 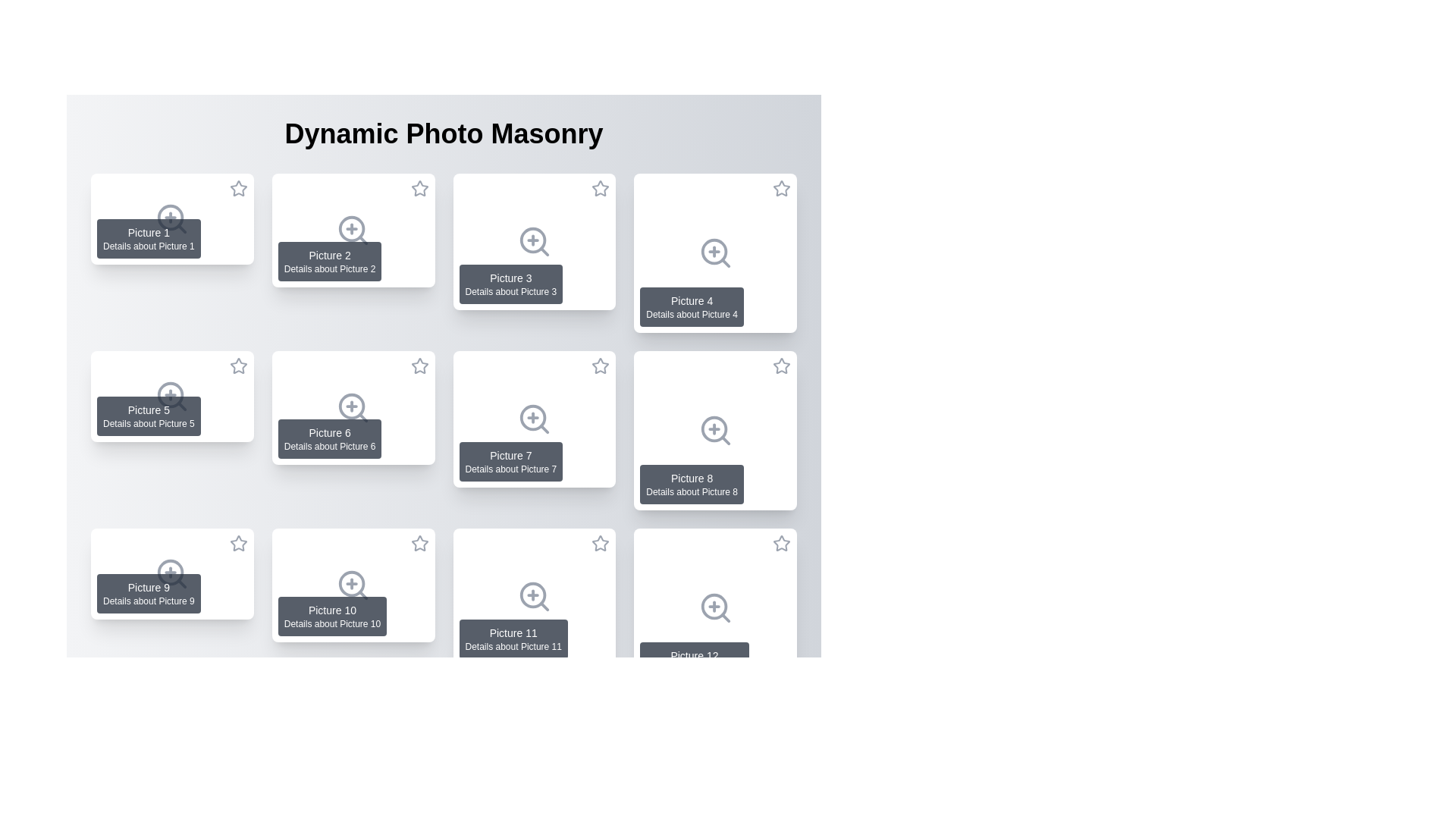 I want to click on the circular icon of the magnifying glass graphic located in the top-right quadrant of the fourth photo card labeled 'Picture 4', so click(x=713, y=251).